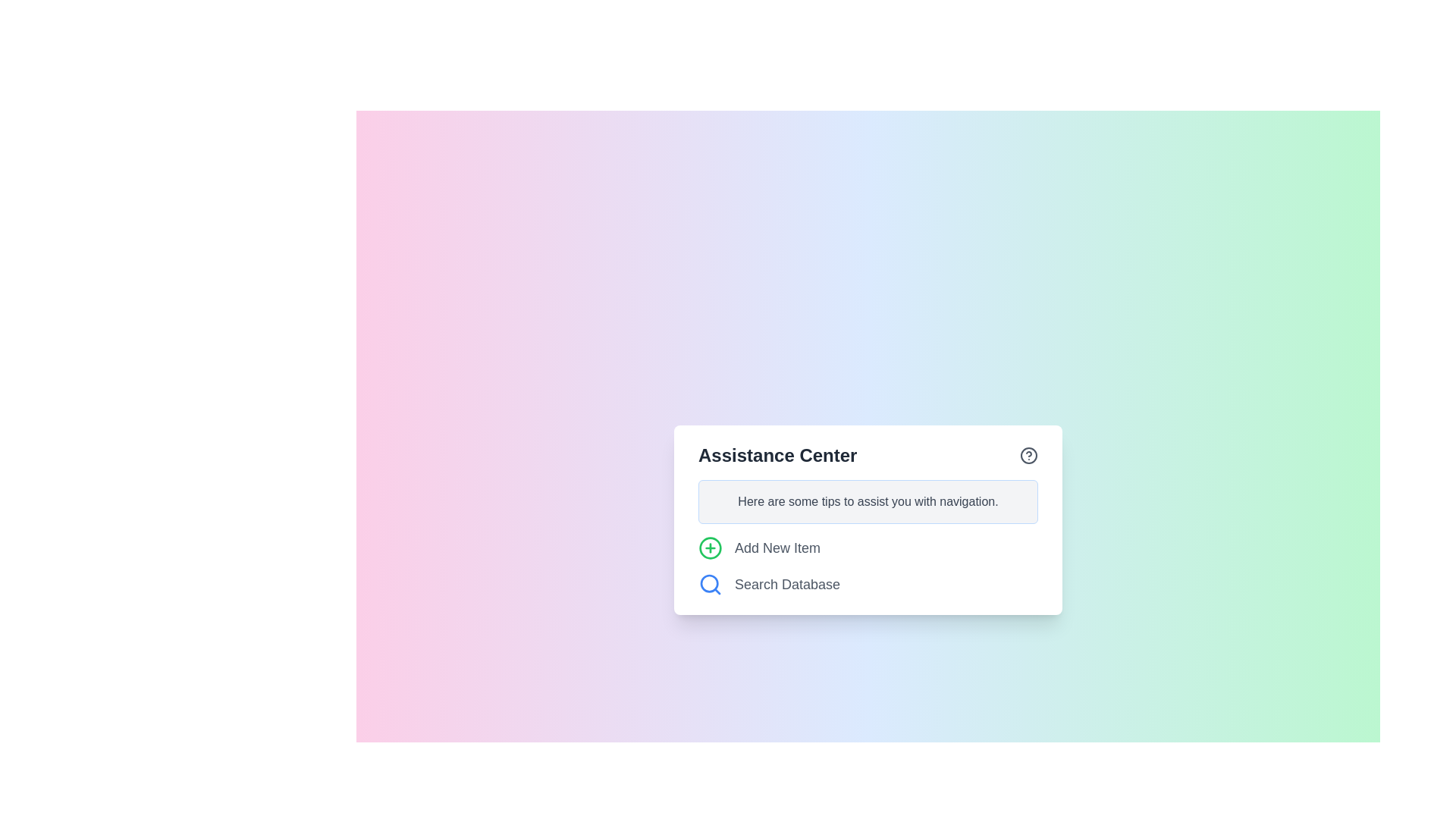  What do you see at coordinates (868, 502) in the screenshot?
I see `informational text label located towards the middle-right of the interface under the 'Assistance Center' heading` at bounding box center [868, 502].